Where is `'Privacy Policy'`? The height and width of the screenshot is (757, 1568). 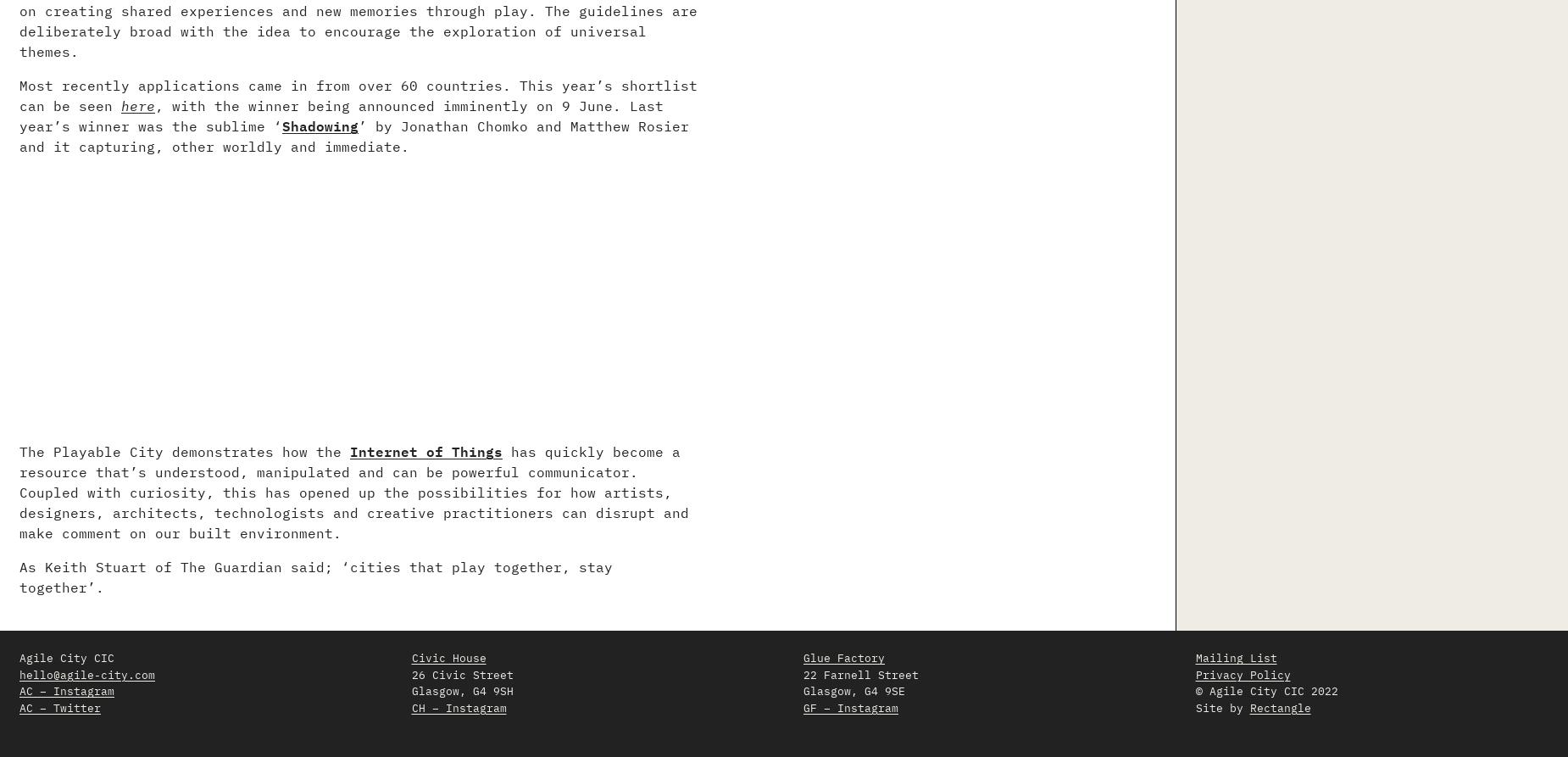
'Privacy Policy' is located at coordinates (1242, 673).